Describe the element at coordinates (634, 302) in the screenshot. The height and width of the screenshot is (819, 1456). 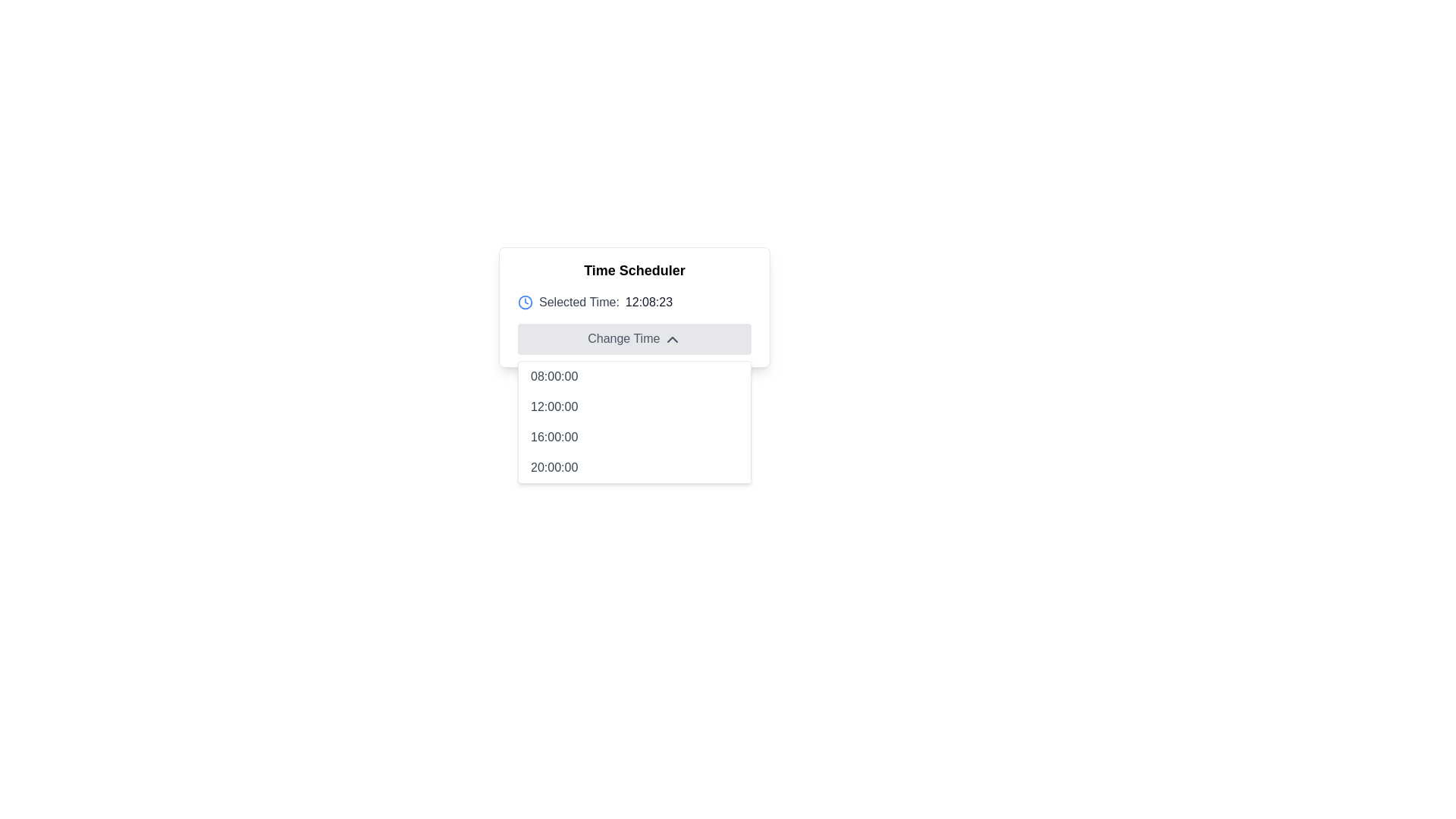
I see `the text display element that shows the currently selected time in the 'Time Scheduler' panel, located below the title 'Time Scheduler' and above the 'Change Time' button` at that location.